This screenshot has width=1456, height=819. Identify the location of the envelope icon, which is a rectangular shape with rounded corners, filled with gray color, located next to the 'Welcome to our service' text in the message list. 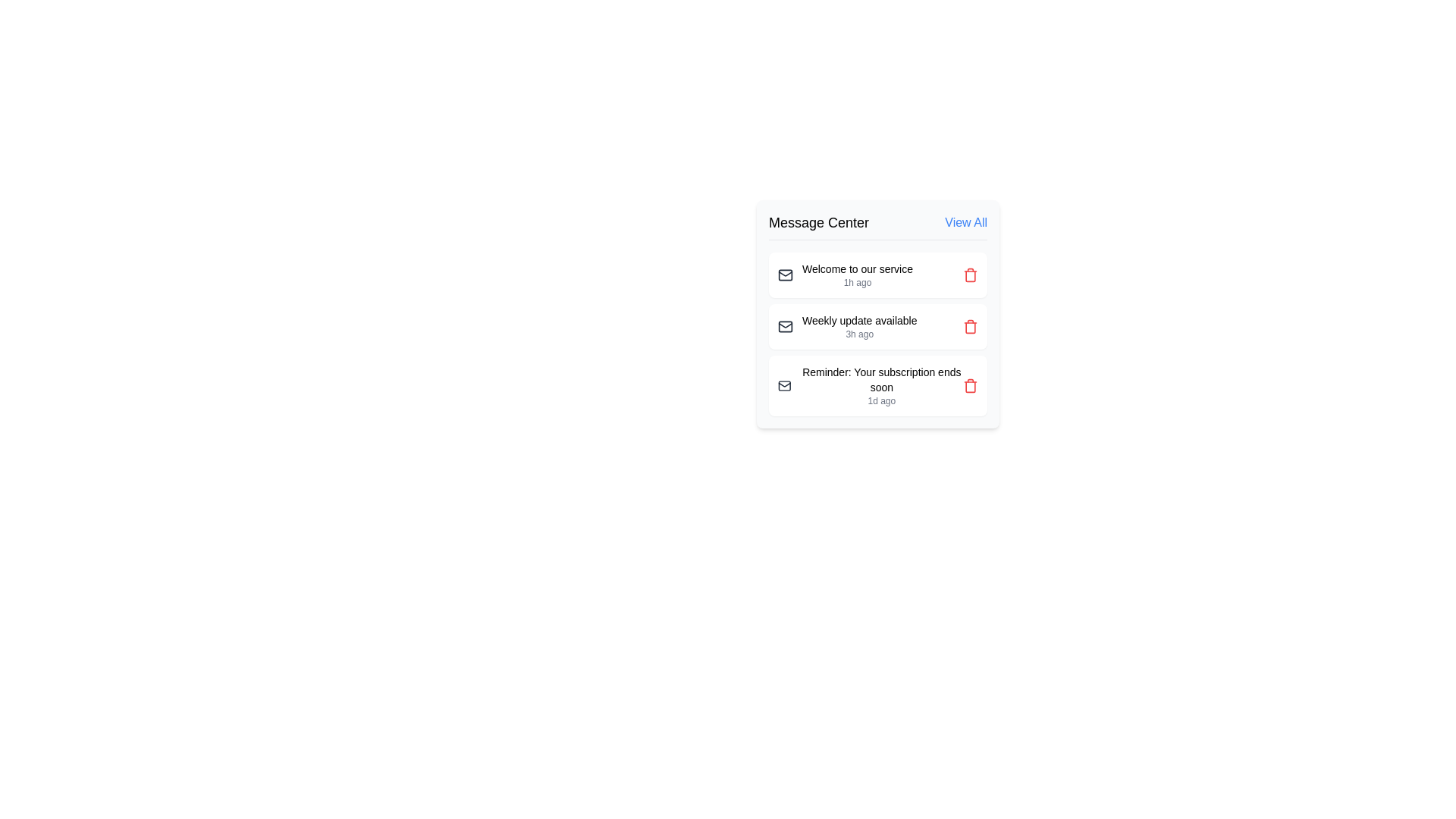
(786, 275).